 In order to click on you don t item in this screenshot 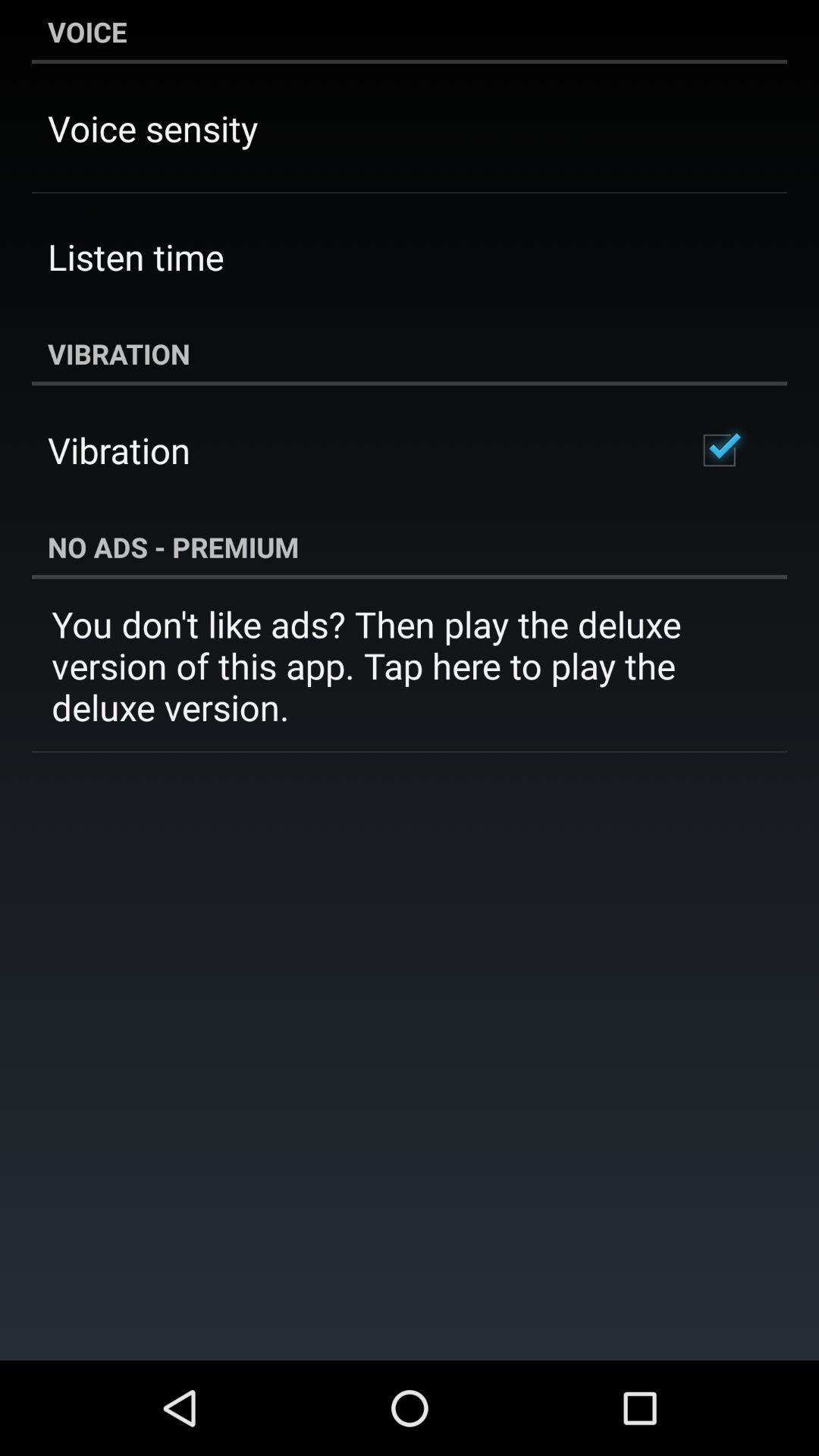, I will do `click(409, 665)`.